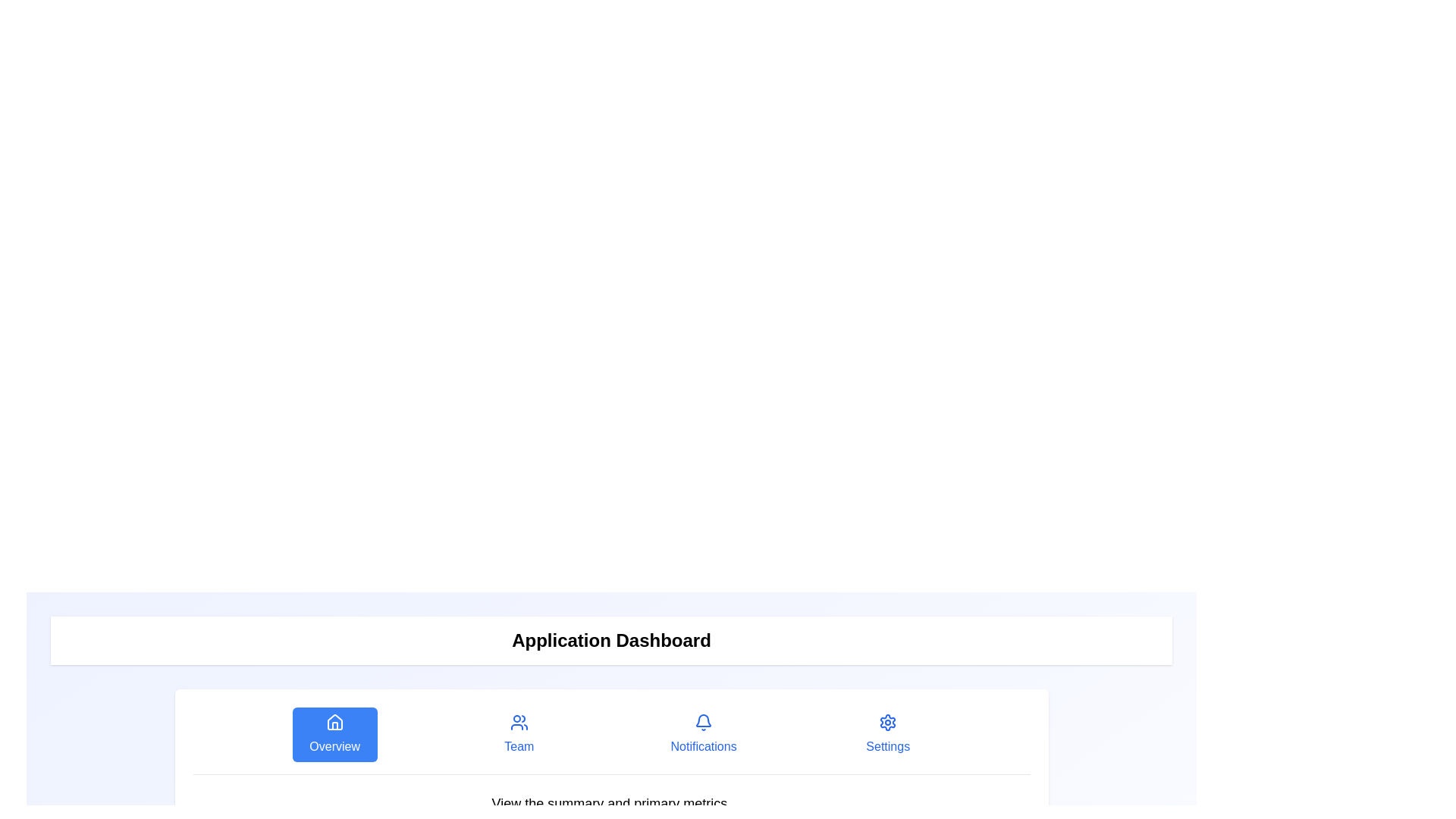 The height and width of the screenshot is (819, 1456). Describe the element at coordinates (703, 733) in the screenshot. I see `the notifications button located in the menu bar beneath the 'Application Dashboard' header` at that location.